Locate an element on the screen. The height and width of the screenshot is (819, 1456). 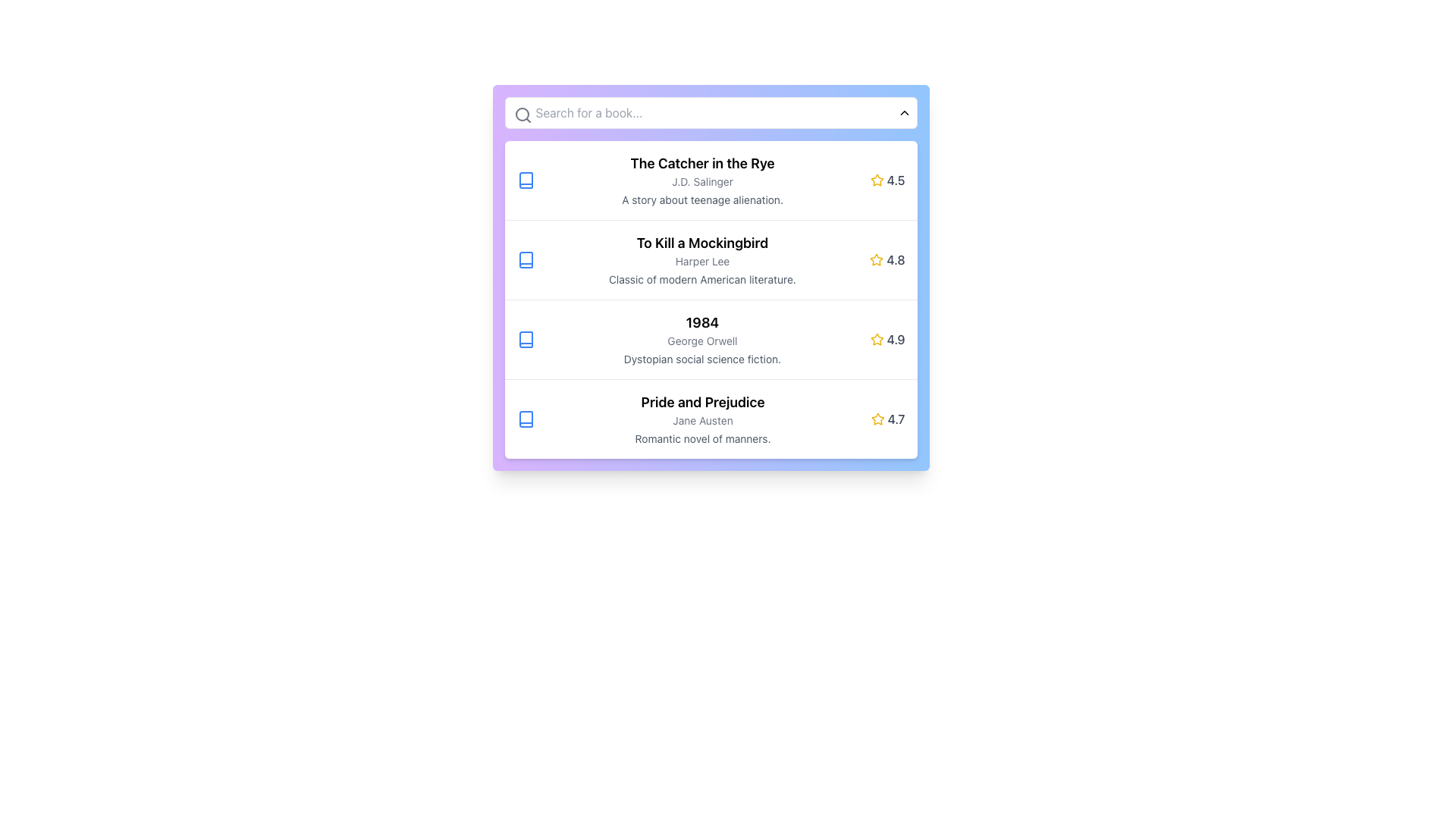
text label displaying 'Classic of modern American literature.' which is positioned below the book title and author details in the book entry card is located at coordinates (701, 280).